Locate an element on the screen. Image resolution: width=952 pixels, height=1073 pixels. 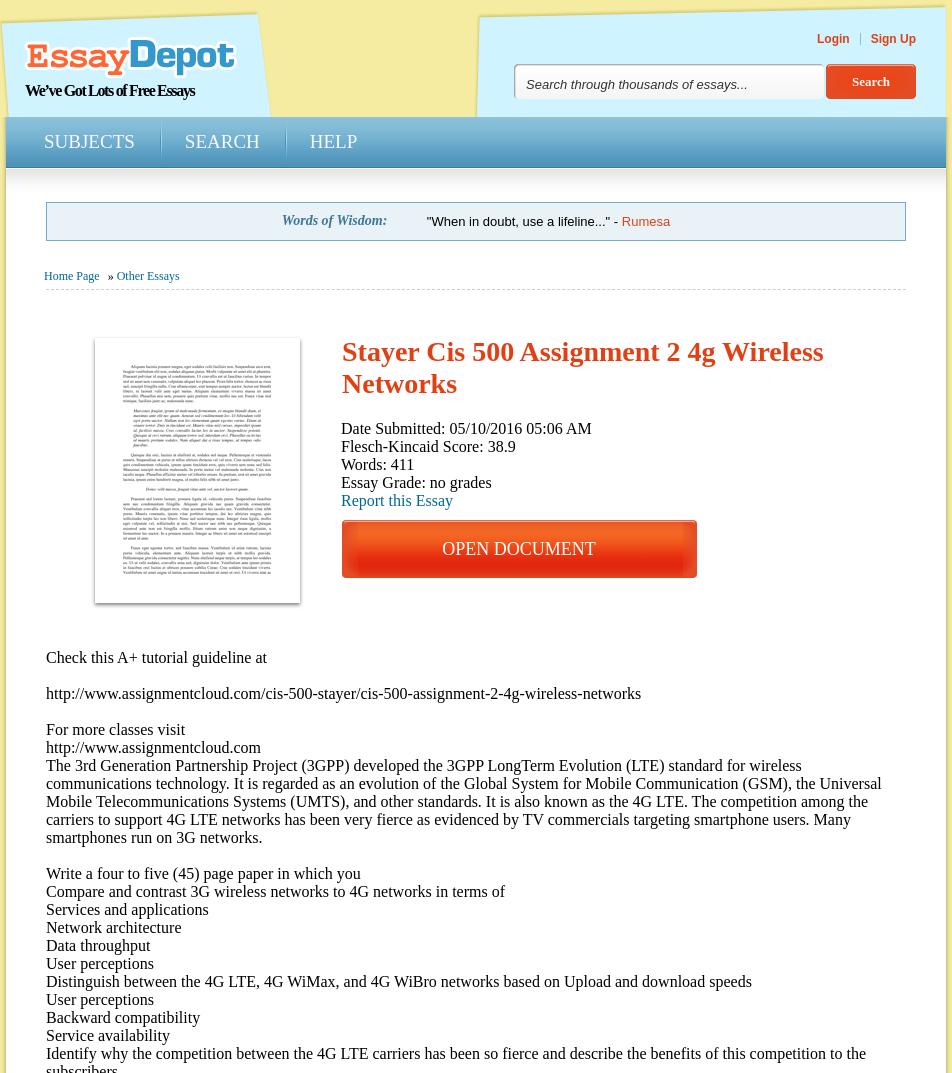
'Flesch-Kincaid Score: 38.9' is located at coordinates (428, 446).